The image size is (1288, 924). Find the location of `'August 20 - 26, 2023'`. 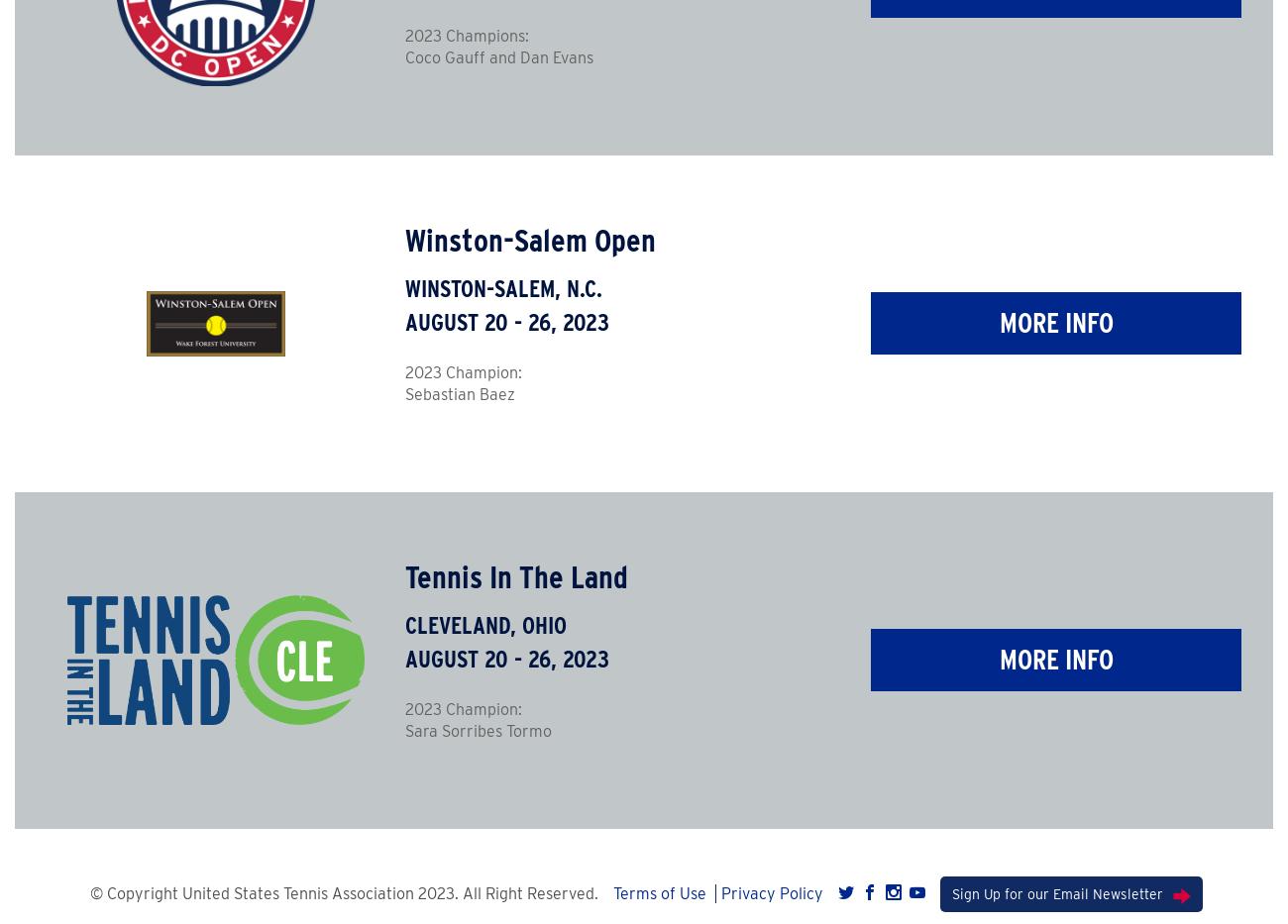

'August 20 - 26, 2023' is located at coordinates (506, 657).